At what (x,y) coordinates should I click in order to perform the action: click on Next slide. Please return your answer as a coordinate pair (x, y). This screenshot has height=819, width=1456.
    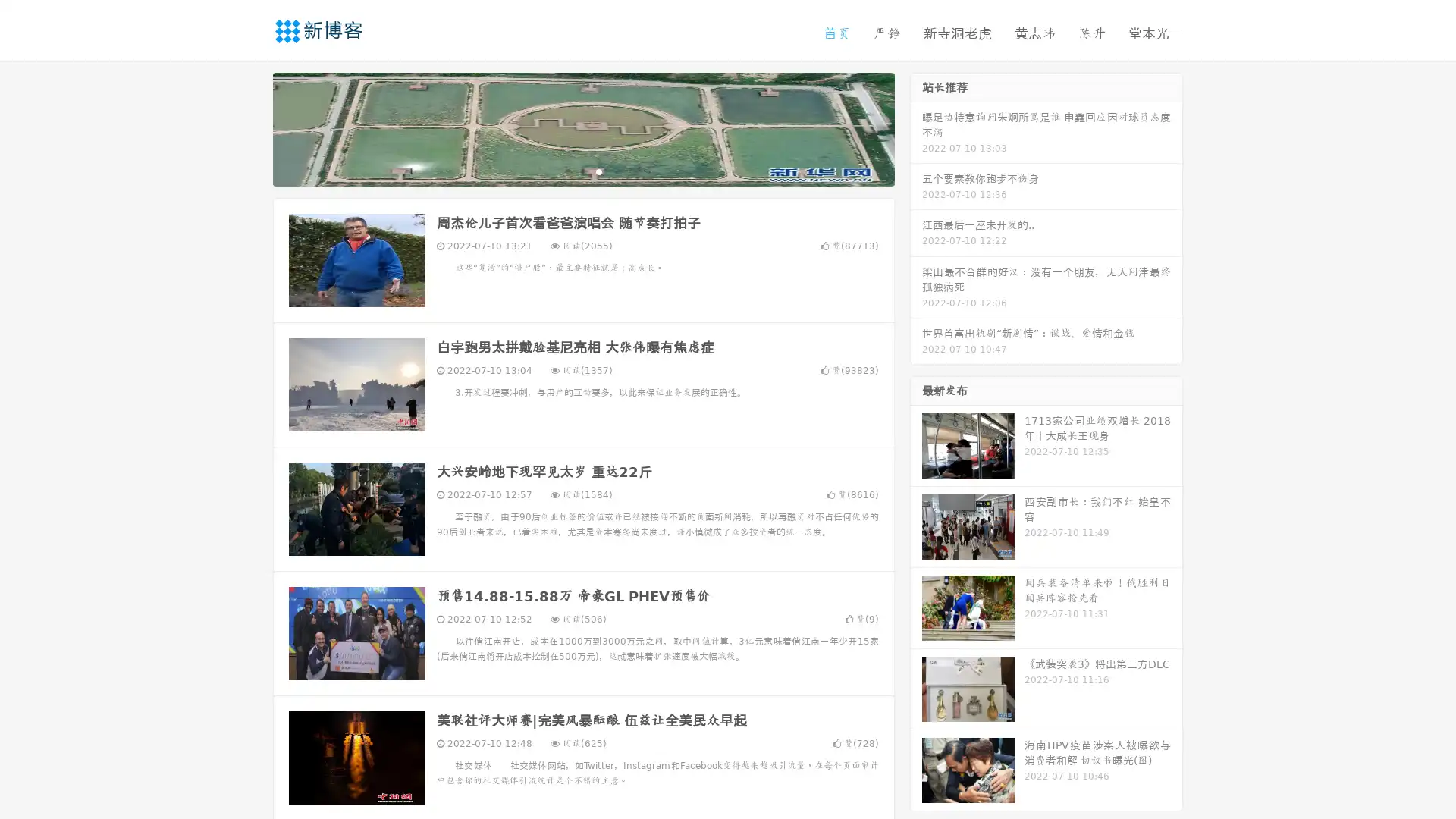
    Looking at the image, I should click on (916, 127).